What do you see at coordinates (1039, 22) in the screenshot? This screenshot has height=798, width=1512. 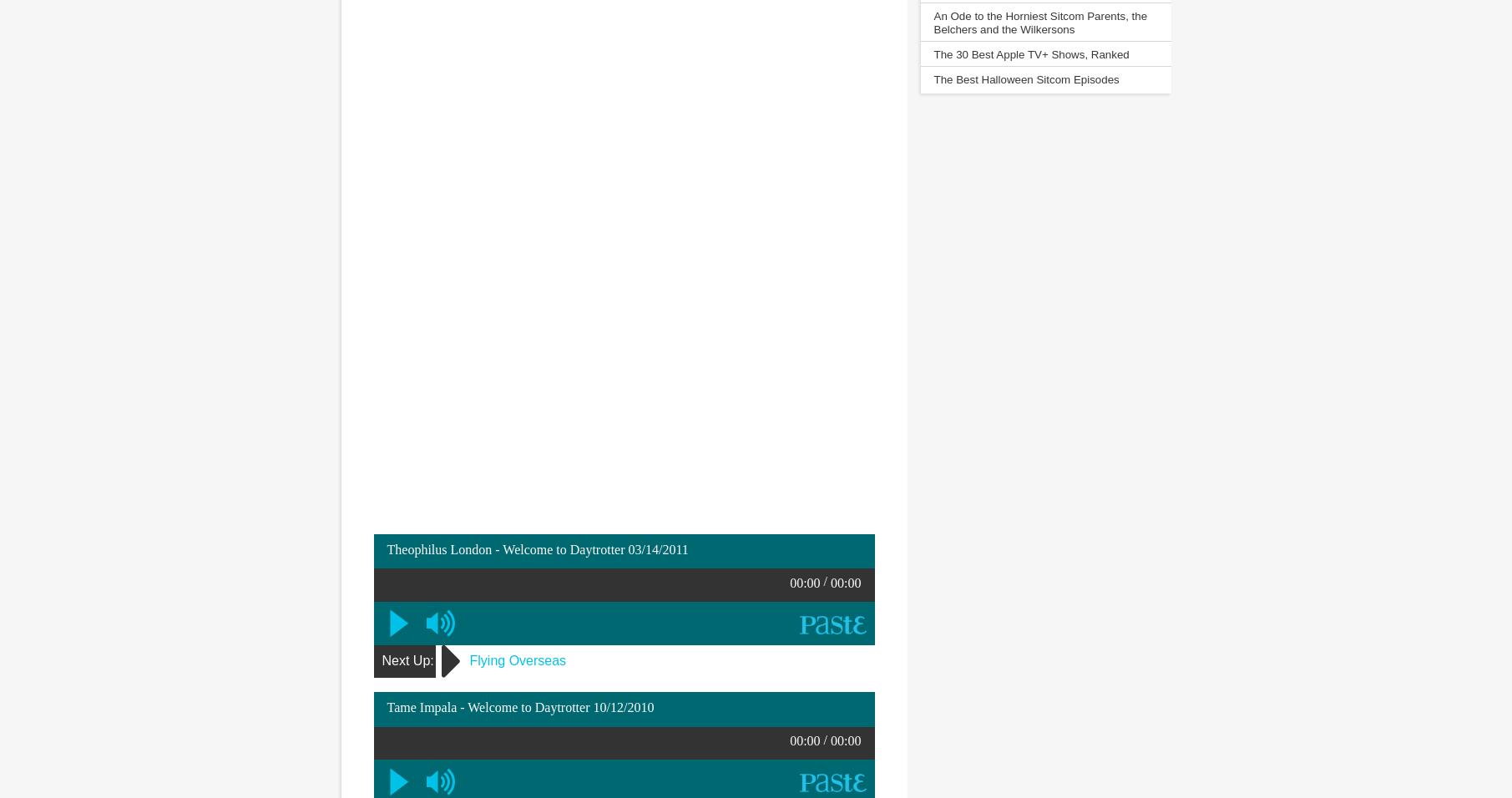 I see `'An Ode to the Horniest Sitcom Parents, the Belchers and the Wilkersons'` at bounding box center [1039, 22].